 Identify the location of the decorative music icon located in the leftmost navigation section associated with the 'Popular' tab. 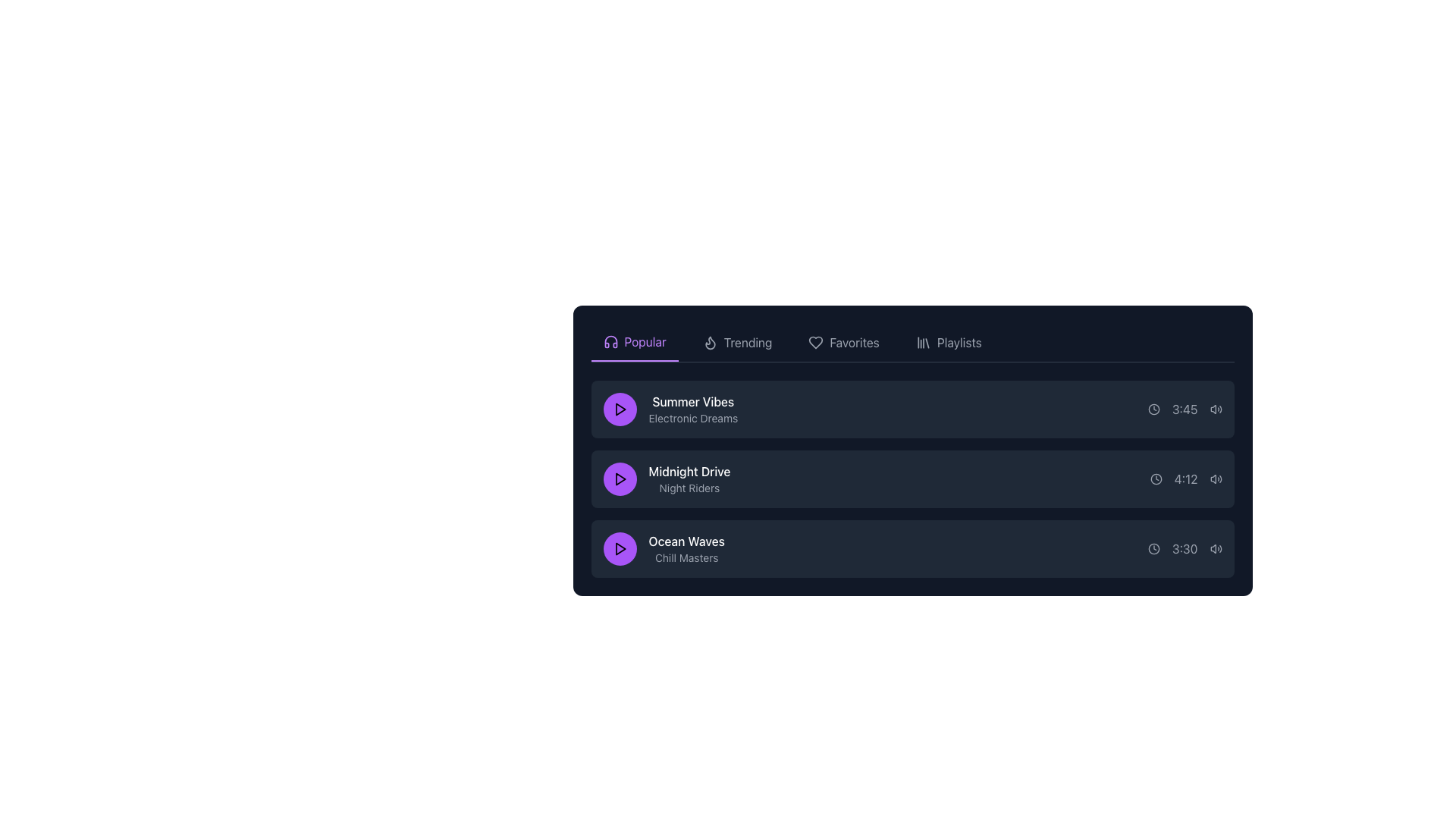
(610, 342).